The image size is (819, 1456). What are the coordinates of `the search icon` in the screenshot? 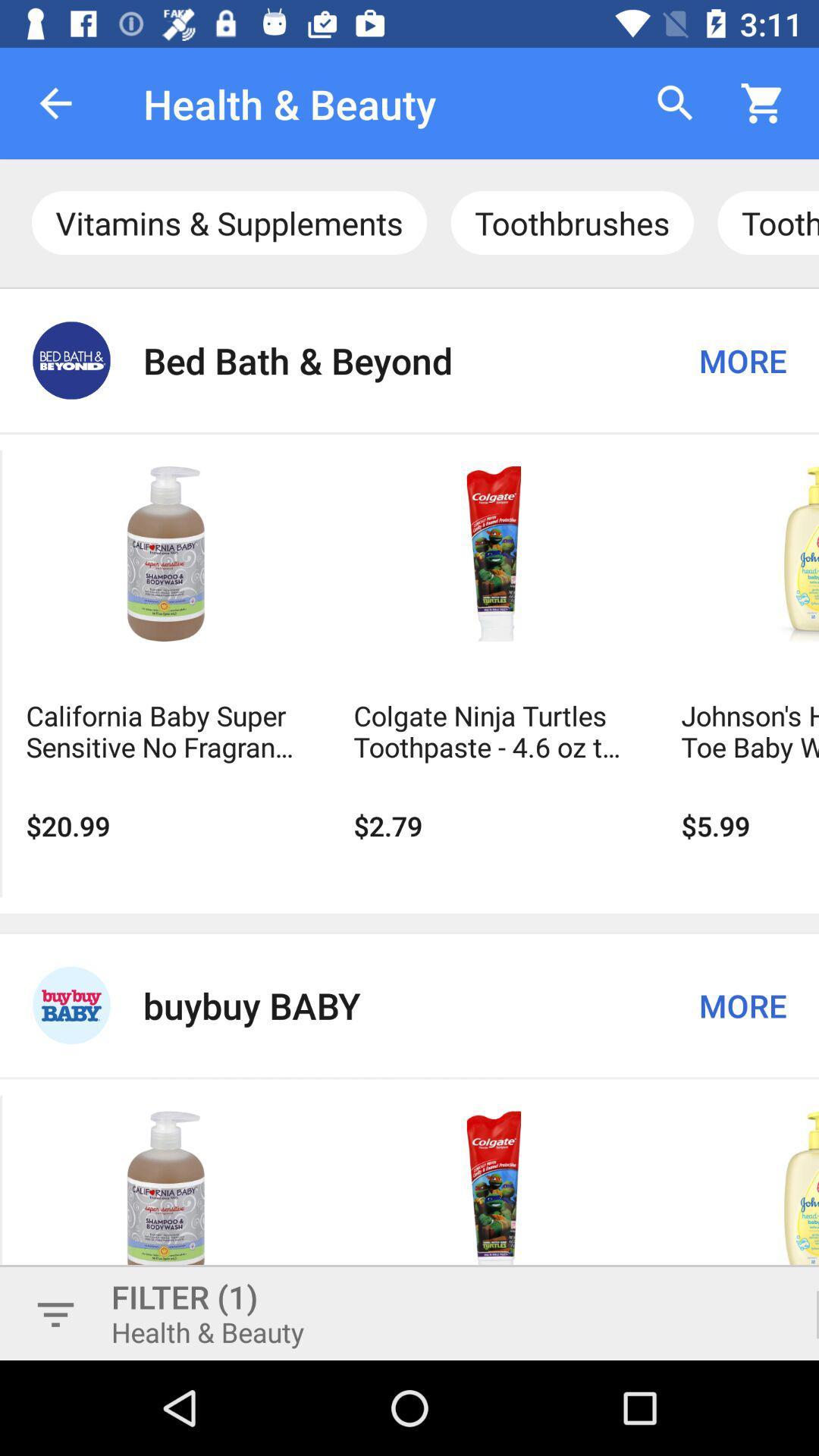 It's located at (675, 103).